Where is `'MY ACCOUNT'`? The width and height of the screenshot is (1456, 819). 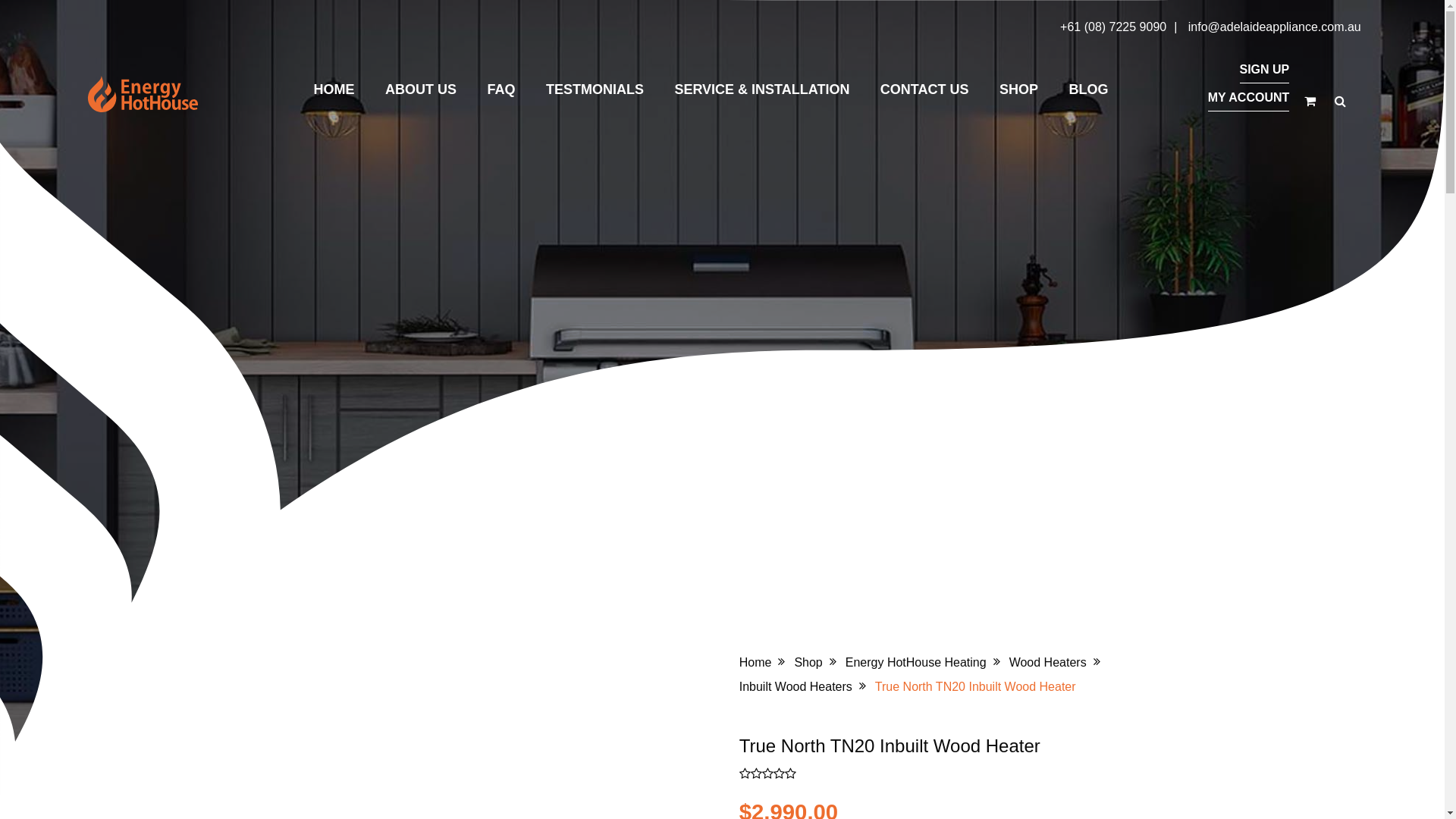 'MY ACCOUNT' is located at coordinates (1248, 97).